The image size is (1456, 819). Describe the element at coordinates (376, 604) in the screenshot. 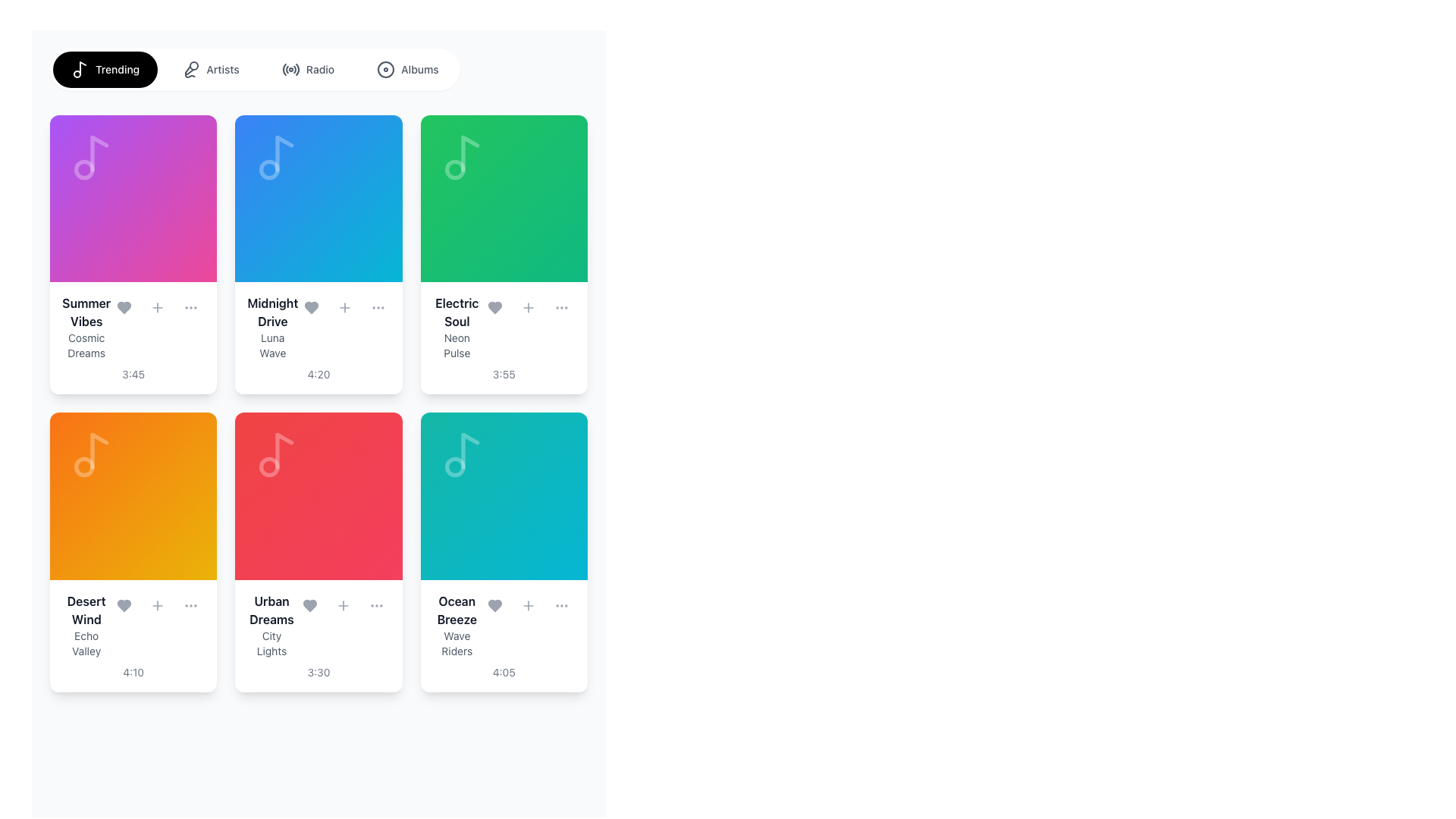

I see `the interactive circular button with a menu icon` at that location.